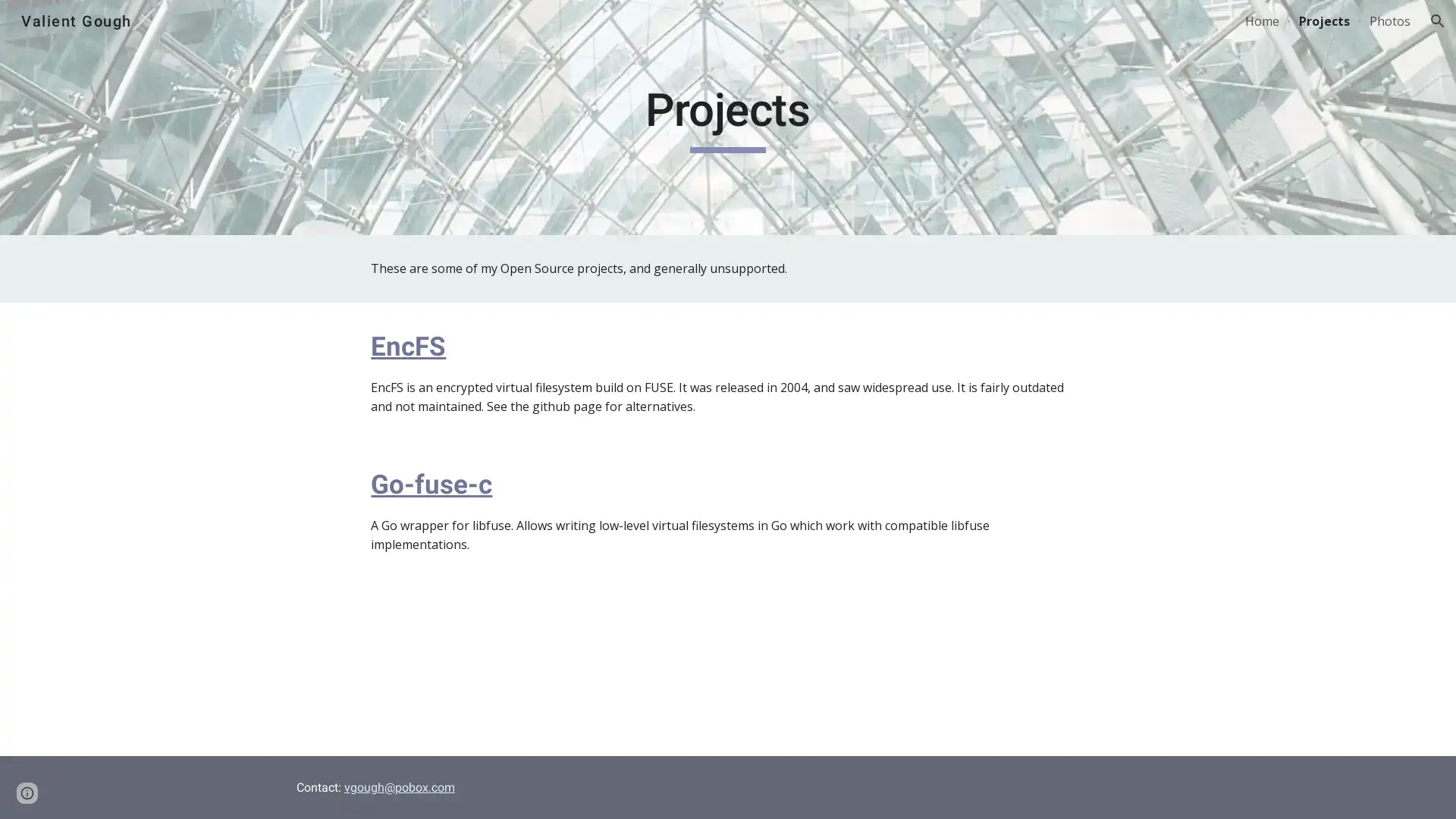  I want to click on Skip to navigation, so click(864, 28).